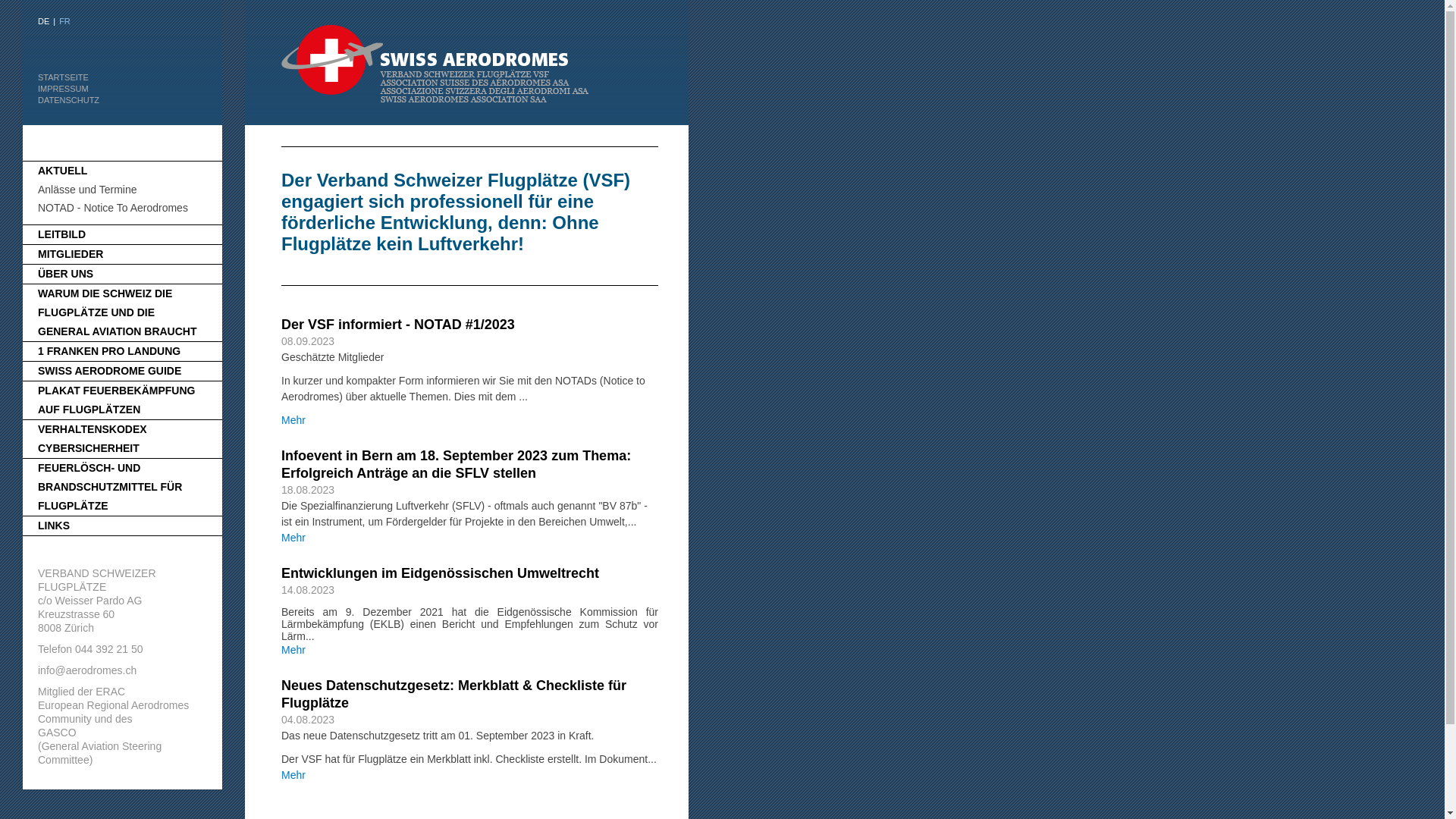 This screenshot has height=819, width=1456. I want to click on '044 392 21 50', so click(108, 648).